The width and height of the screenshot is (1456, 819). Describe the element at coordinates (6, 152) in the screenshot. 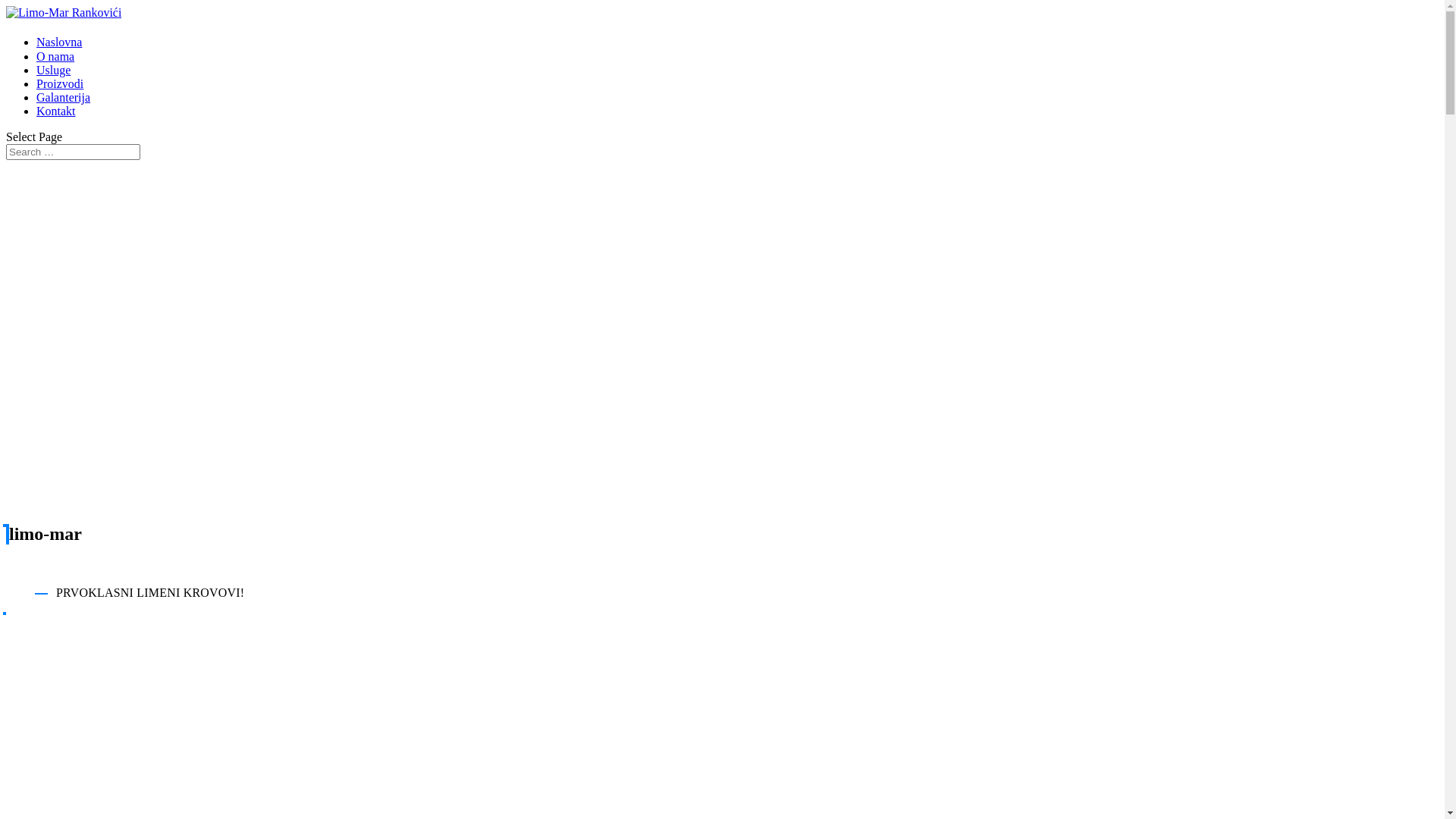

I see `'Search for:'` at that location.